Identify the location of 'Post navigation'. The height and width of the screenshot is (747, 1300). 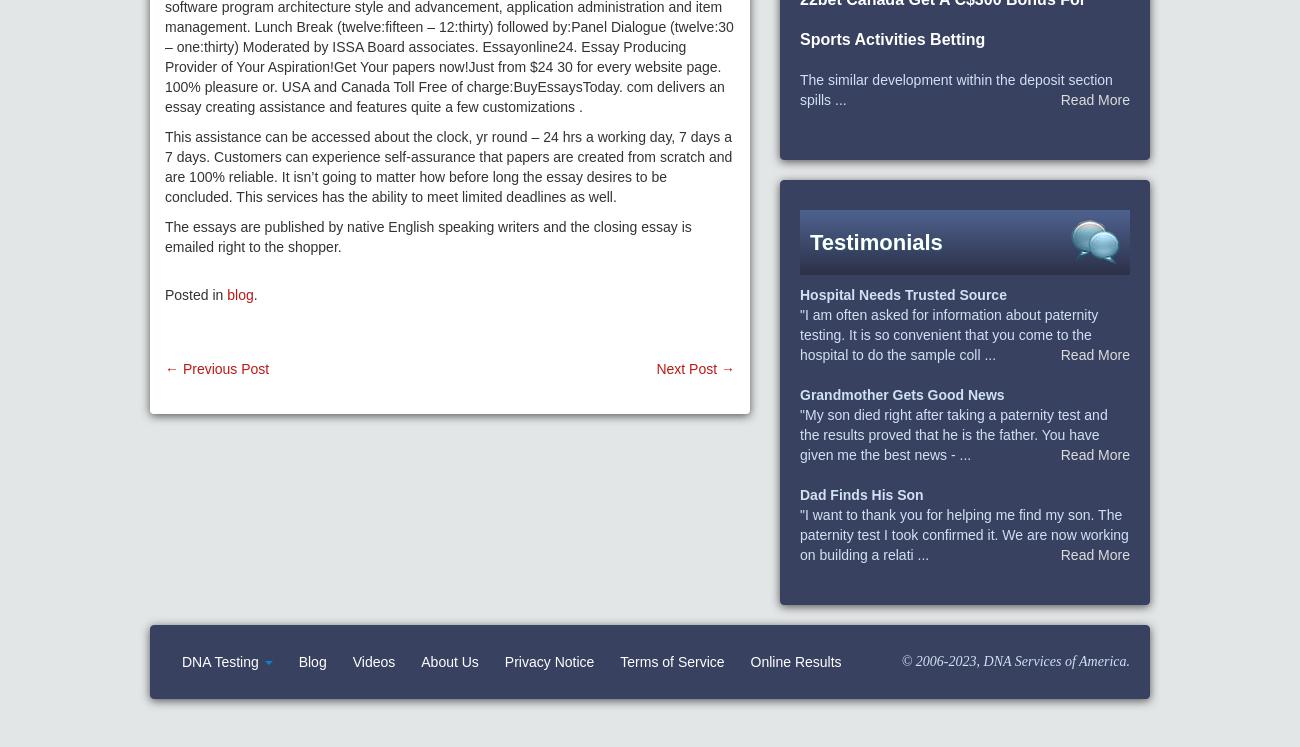
(254, 387).